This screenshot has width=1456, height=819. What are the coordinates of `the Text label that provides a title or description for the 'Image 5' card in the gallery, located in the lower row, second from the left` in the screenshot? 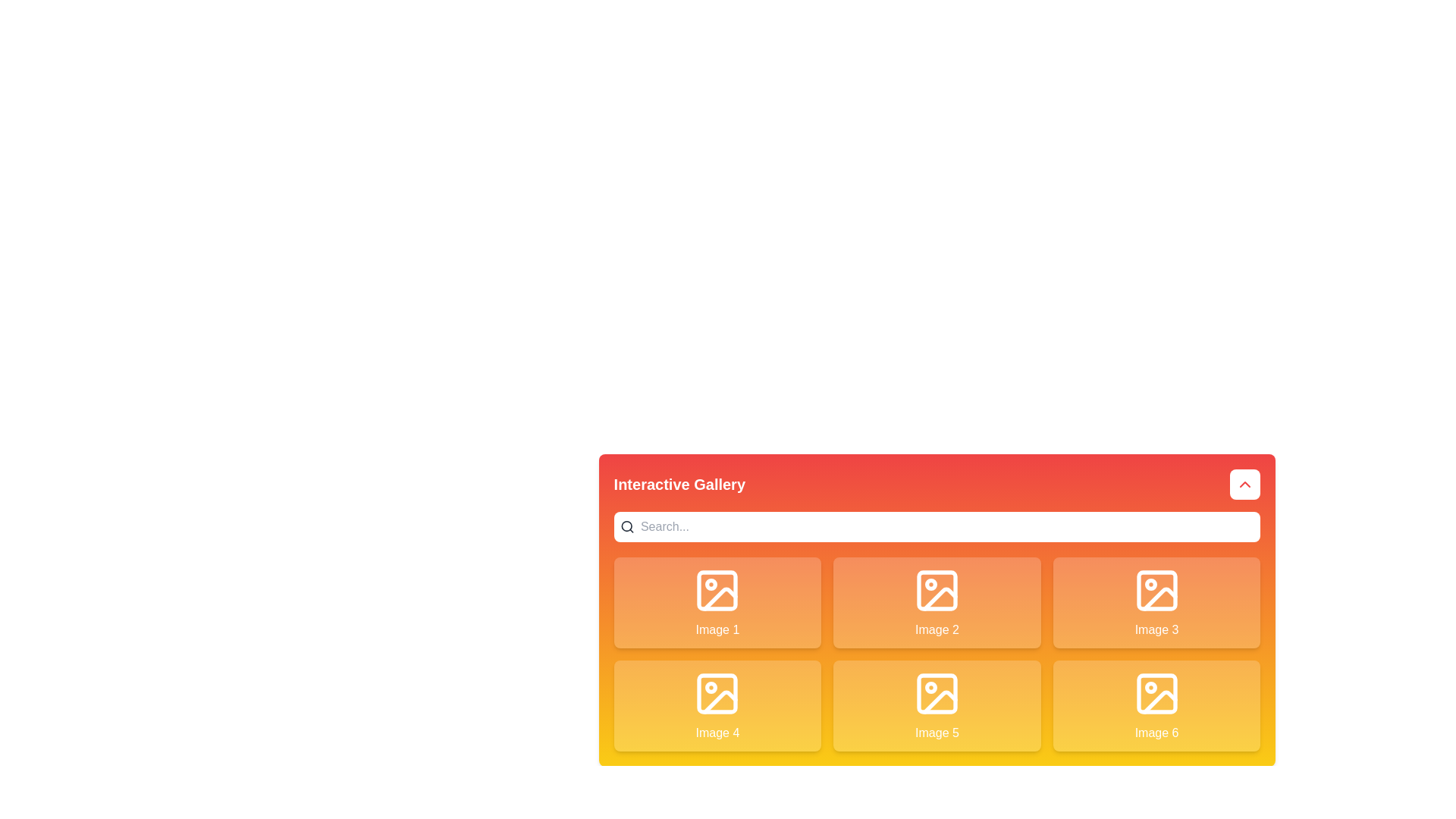 It's located at (936, 733).